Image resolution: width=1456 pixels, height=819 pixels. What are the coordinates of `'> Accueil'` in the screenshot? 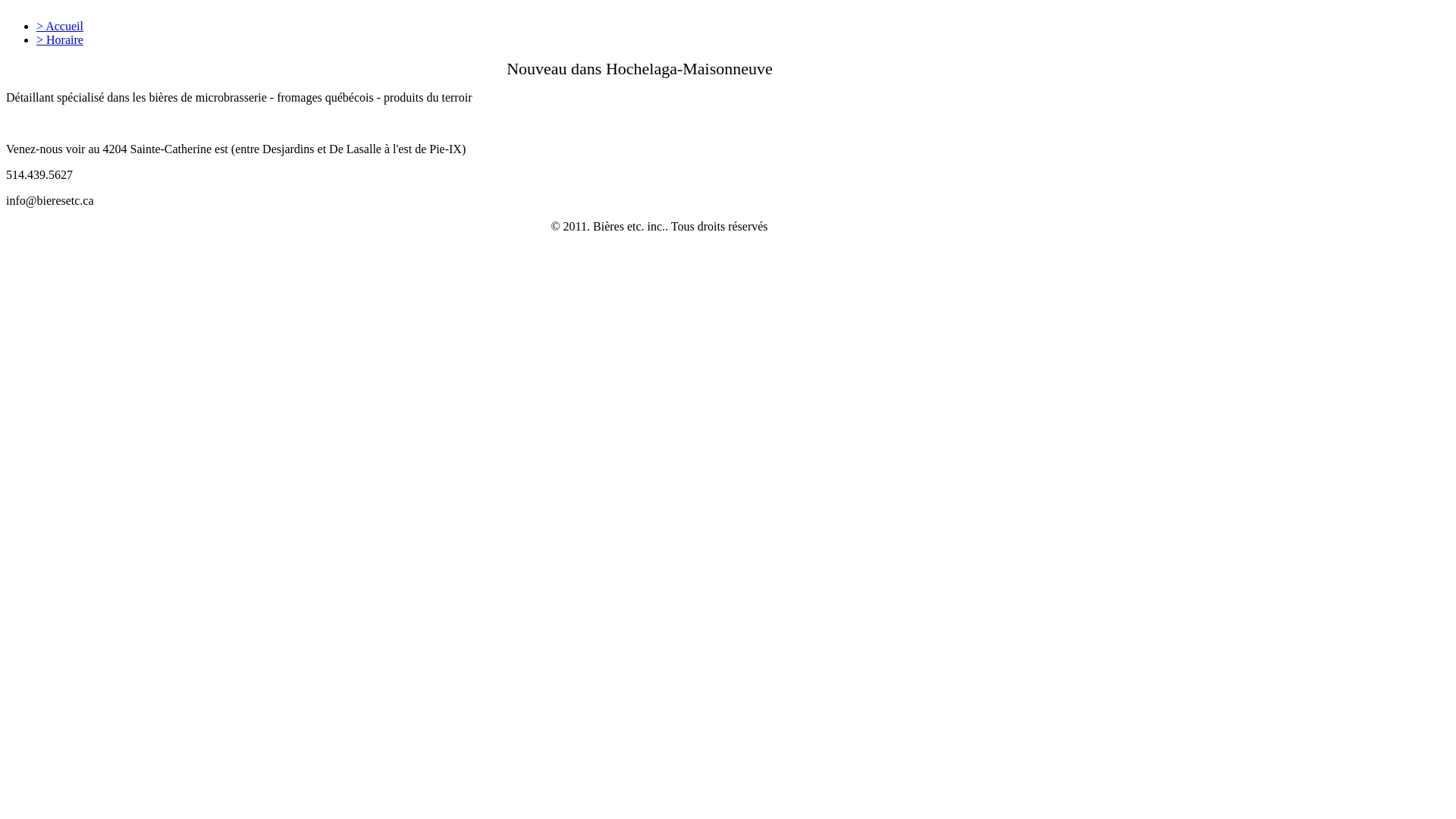 It's located at (59, 26).